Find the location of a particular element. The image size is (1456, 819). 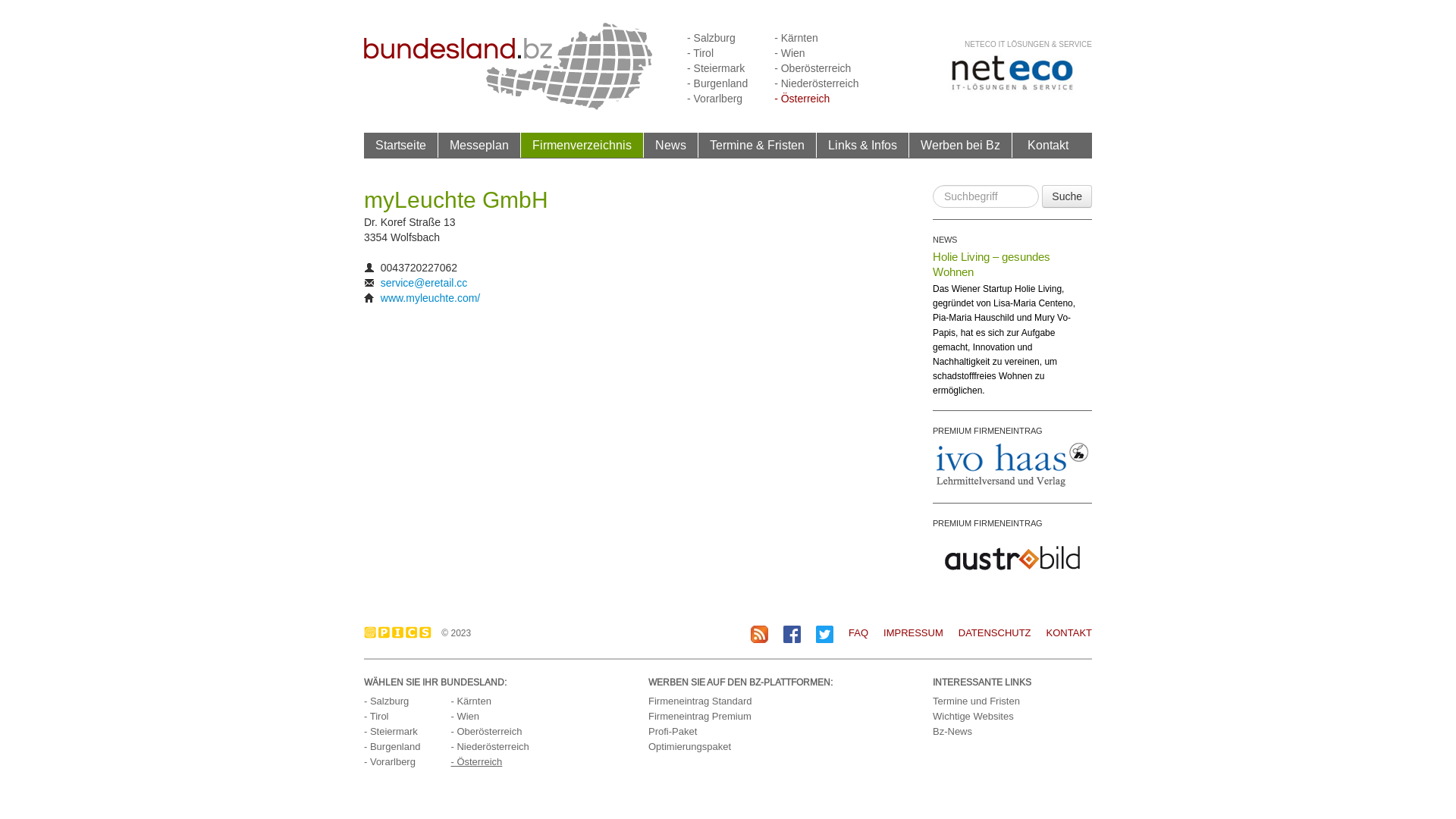

'NEWS' is located at coordinates (944, 239).